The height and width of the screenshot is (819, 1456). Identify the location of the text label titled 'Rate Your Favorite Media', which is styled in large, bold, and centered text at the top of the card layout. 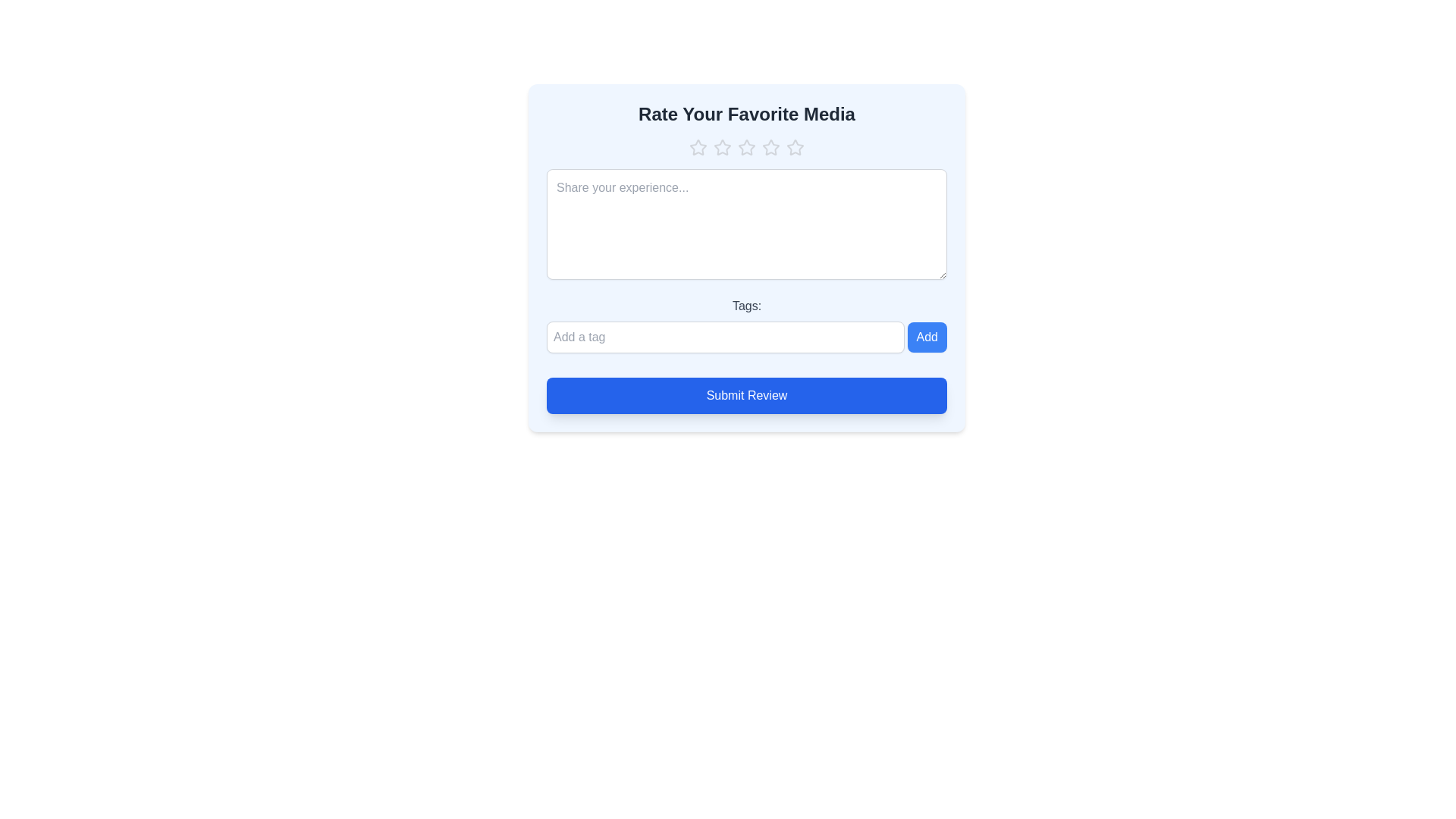
(746, 113).